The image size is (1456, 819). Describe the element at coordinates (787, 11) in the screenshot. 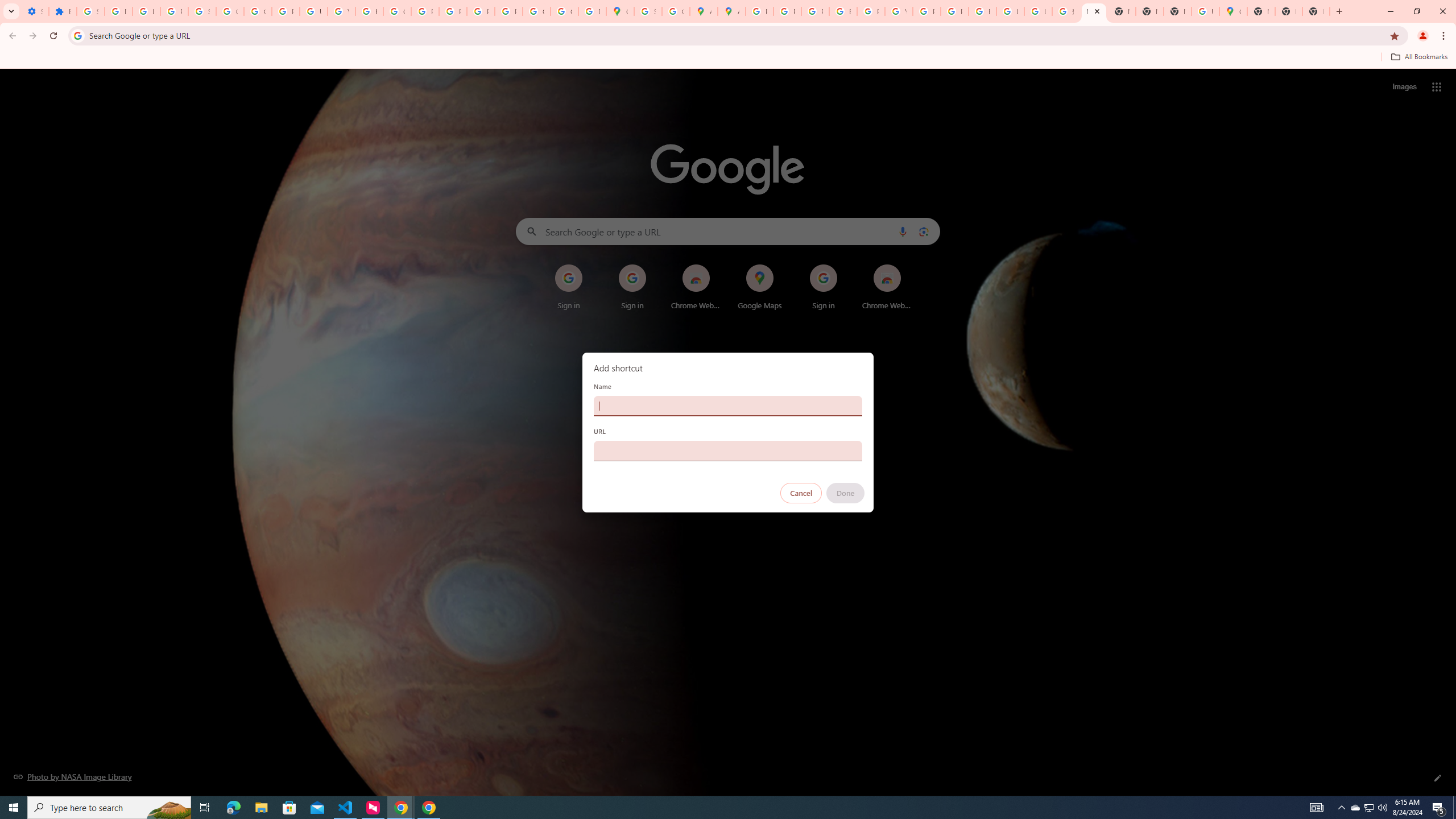

I see `'Privacy Help Center - Policies Help'` at that location.